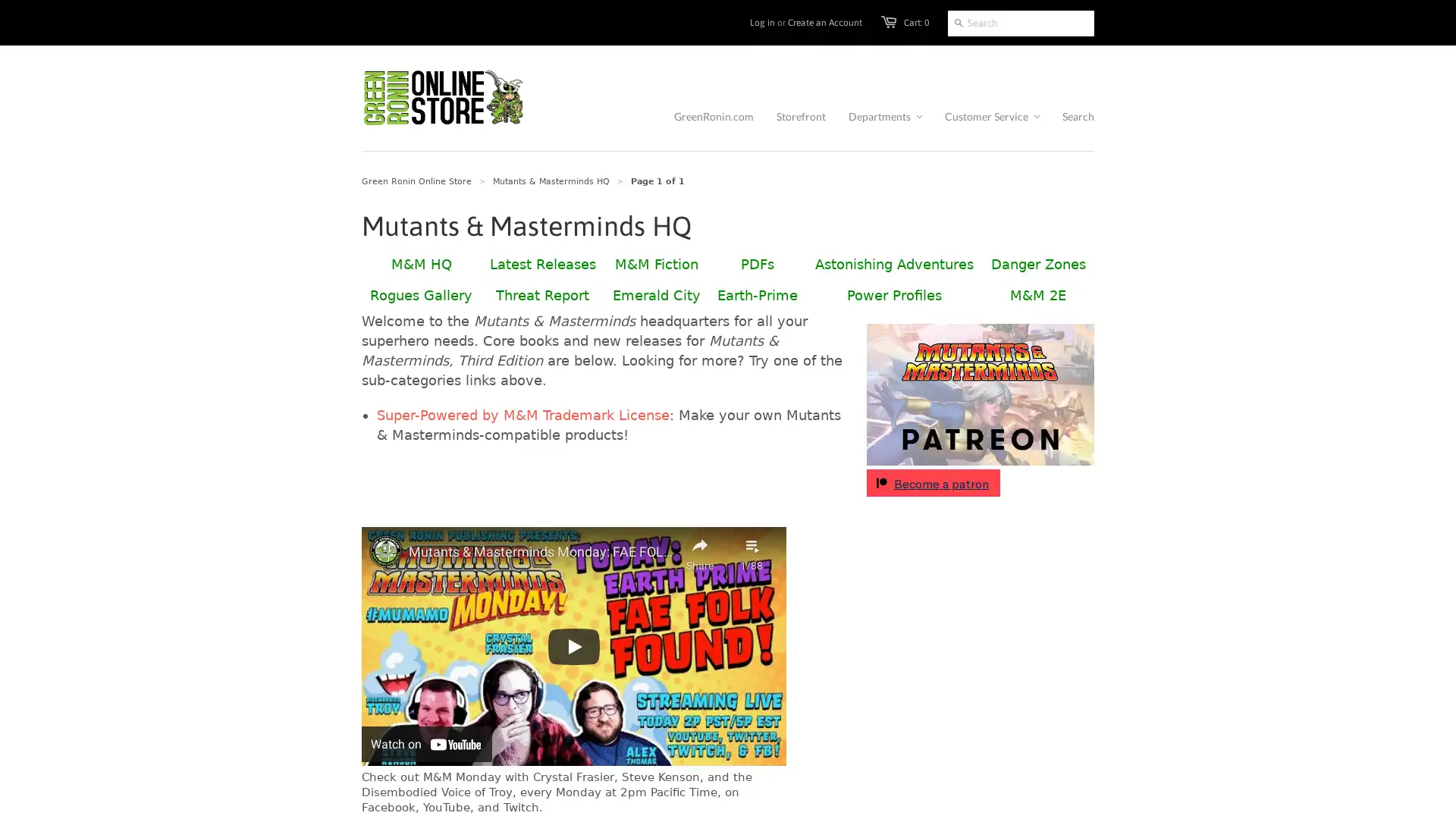  I want to click on Go, so click(958, 23).